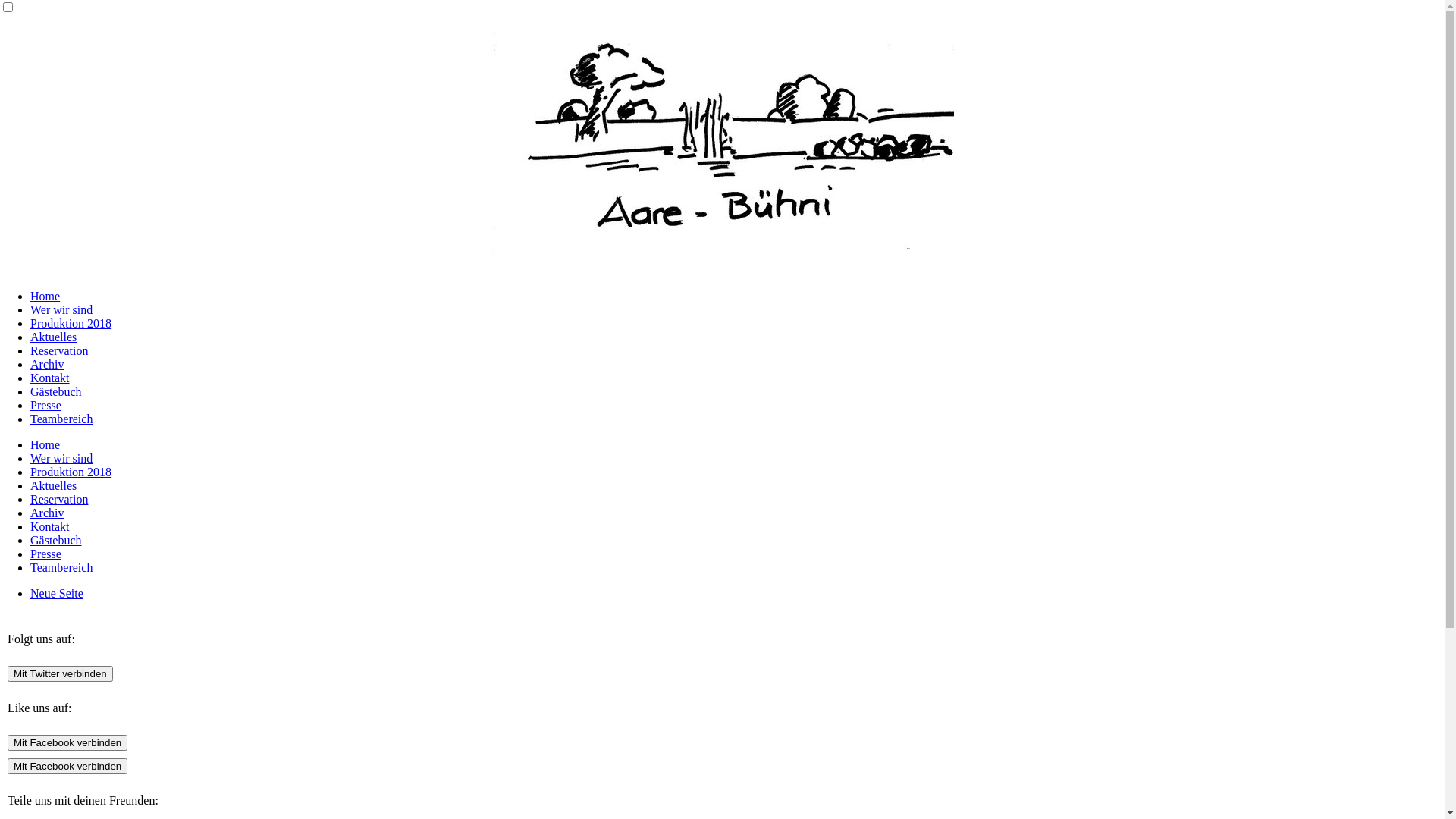 This screenshot has width=1456, height=819. I want to click on 'Archiv', so click(47, 364).